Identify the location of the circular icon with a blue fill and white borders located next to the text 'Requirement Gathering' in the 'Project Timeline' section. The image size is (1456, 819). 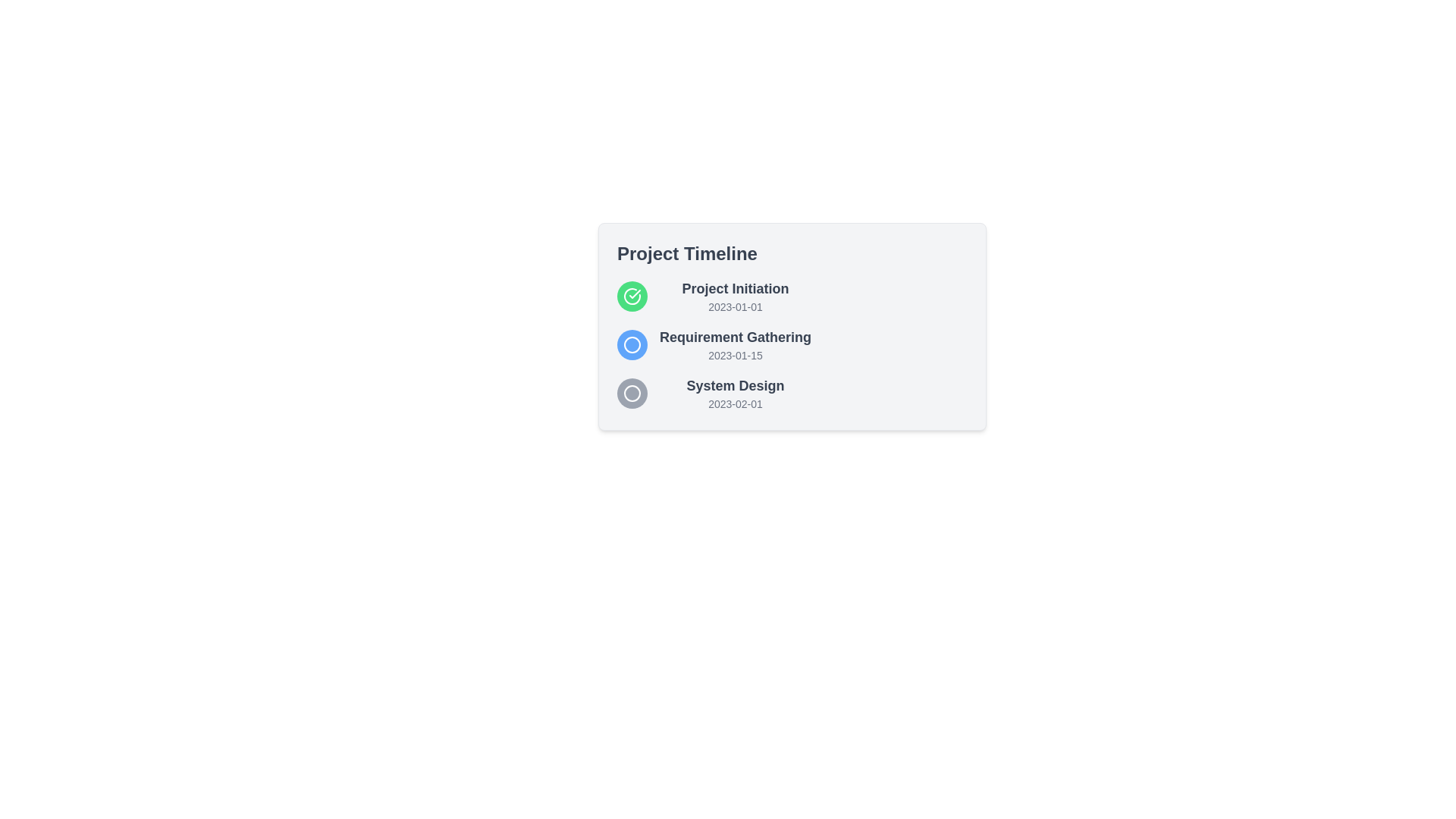
(632, 345).